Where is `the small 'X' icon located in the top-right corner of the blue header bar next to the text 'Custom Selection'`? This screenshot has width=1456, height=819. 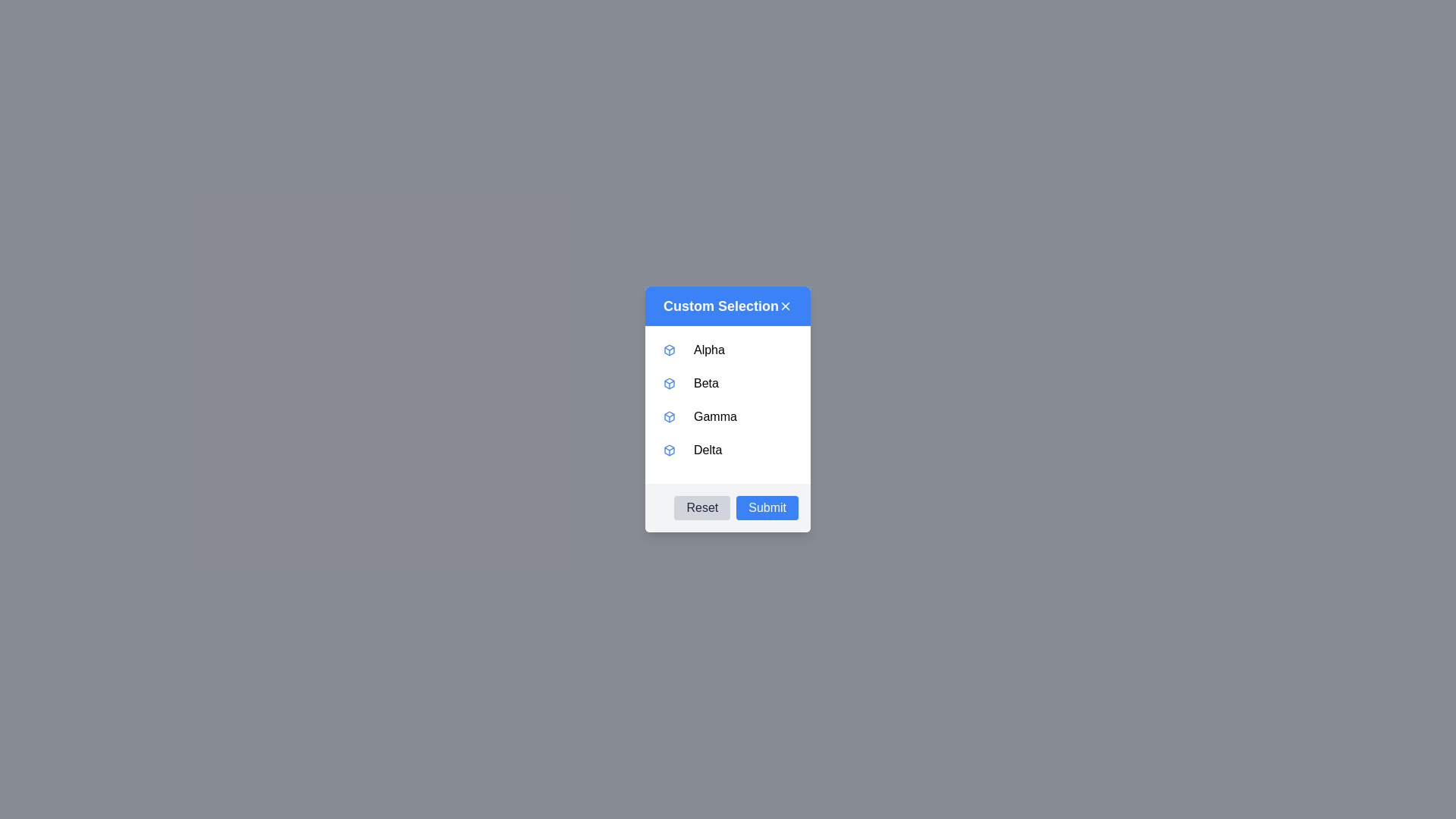 the small 'X' icon located in the top-right corner of the blue header bar next to the text 'Custom Selection' is located at coordinates (786, 306).